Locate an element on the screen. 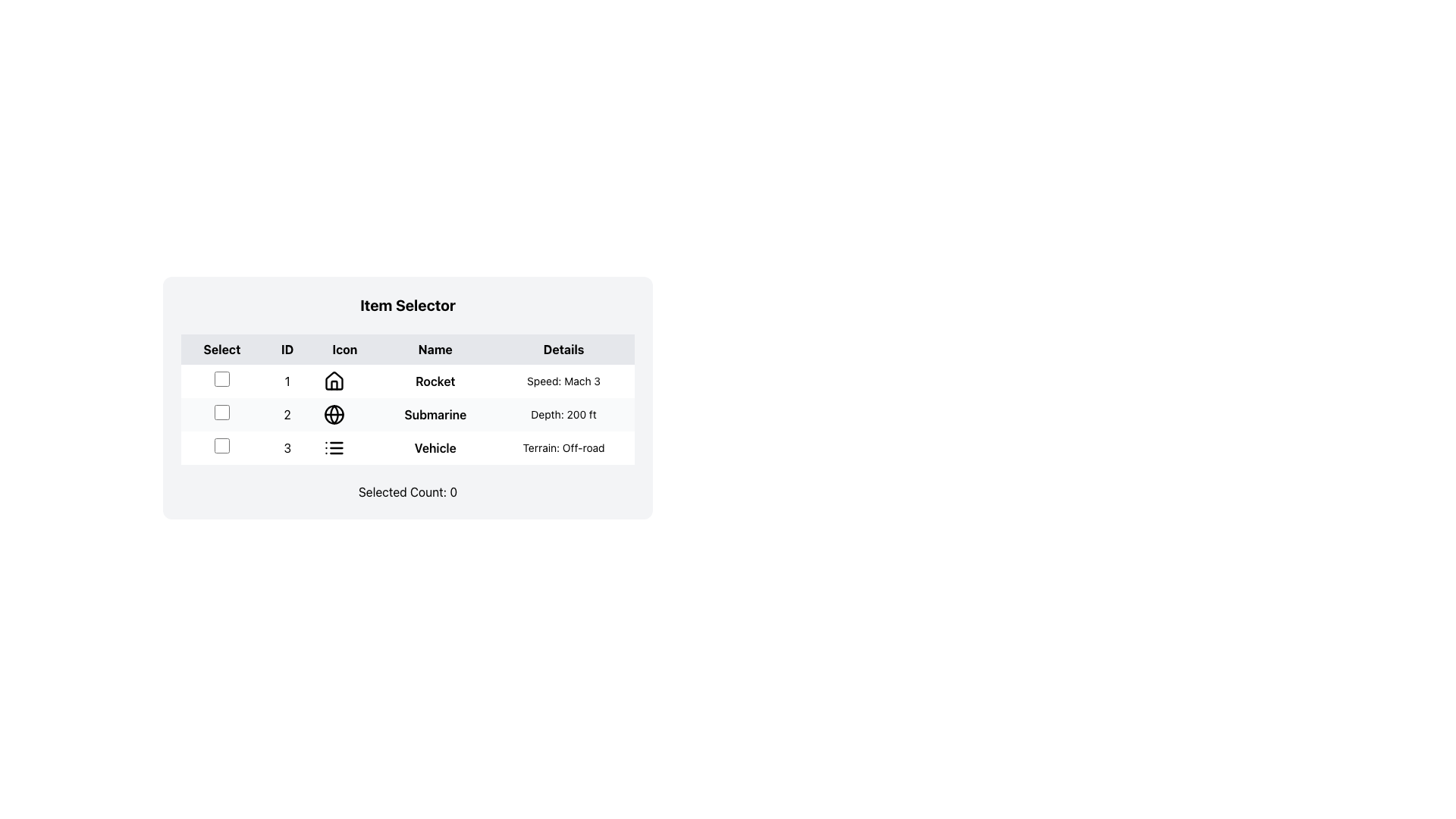 The height and width of the screenshot is (819, 1456). text component displaying 'Selected Count: 0' located at the bottom of the user interface box, below the table structure is located at coordinates (407, 491).